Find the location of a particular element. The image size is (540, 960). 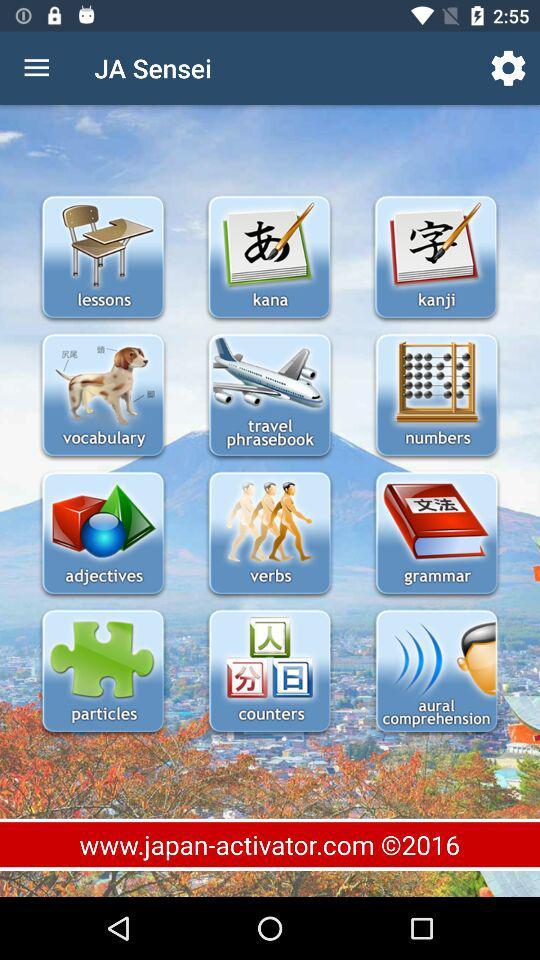

counters is located at coordinates (269, 673).